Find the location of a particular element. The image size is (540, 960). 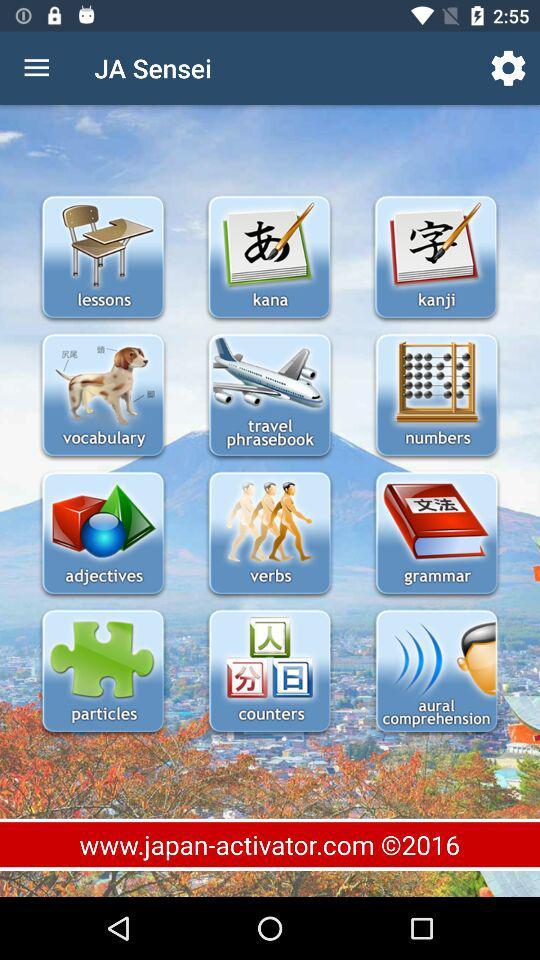

counters is located at coordinates (269, 673).